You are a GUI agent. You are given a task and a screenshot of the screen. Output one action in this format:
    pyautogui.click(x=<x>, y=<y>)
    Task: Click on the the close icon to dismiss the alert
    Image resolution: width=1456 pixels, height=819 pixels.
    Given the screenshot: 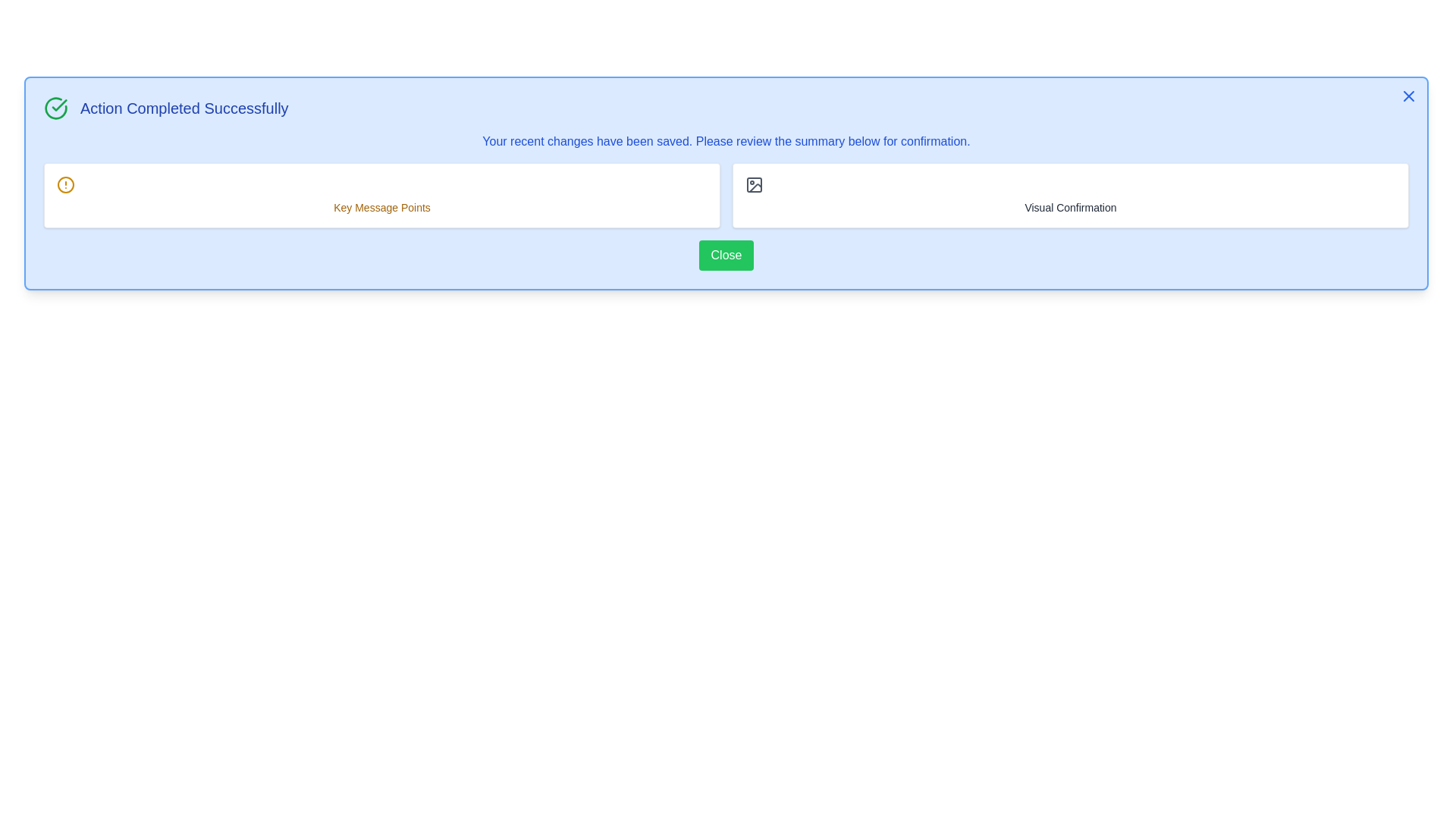 What is the action you would take?
    pyautogui.click(x=1407, y=96)
    